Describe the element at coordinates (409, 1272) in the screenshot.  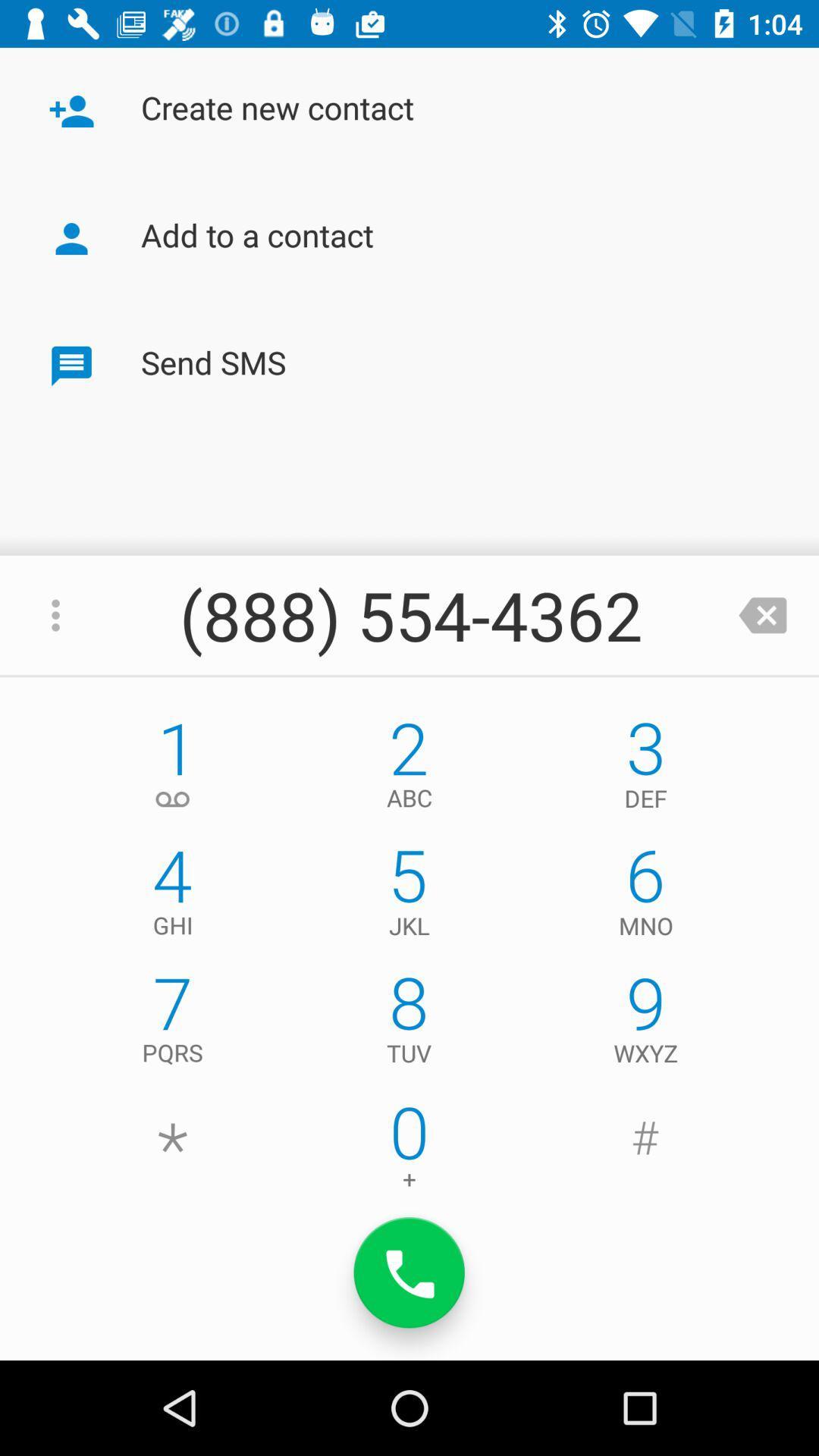
I see `the call icon` at that location.